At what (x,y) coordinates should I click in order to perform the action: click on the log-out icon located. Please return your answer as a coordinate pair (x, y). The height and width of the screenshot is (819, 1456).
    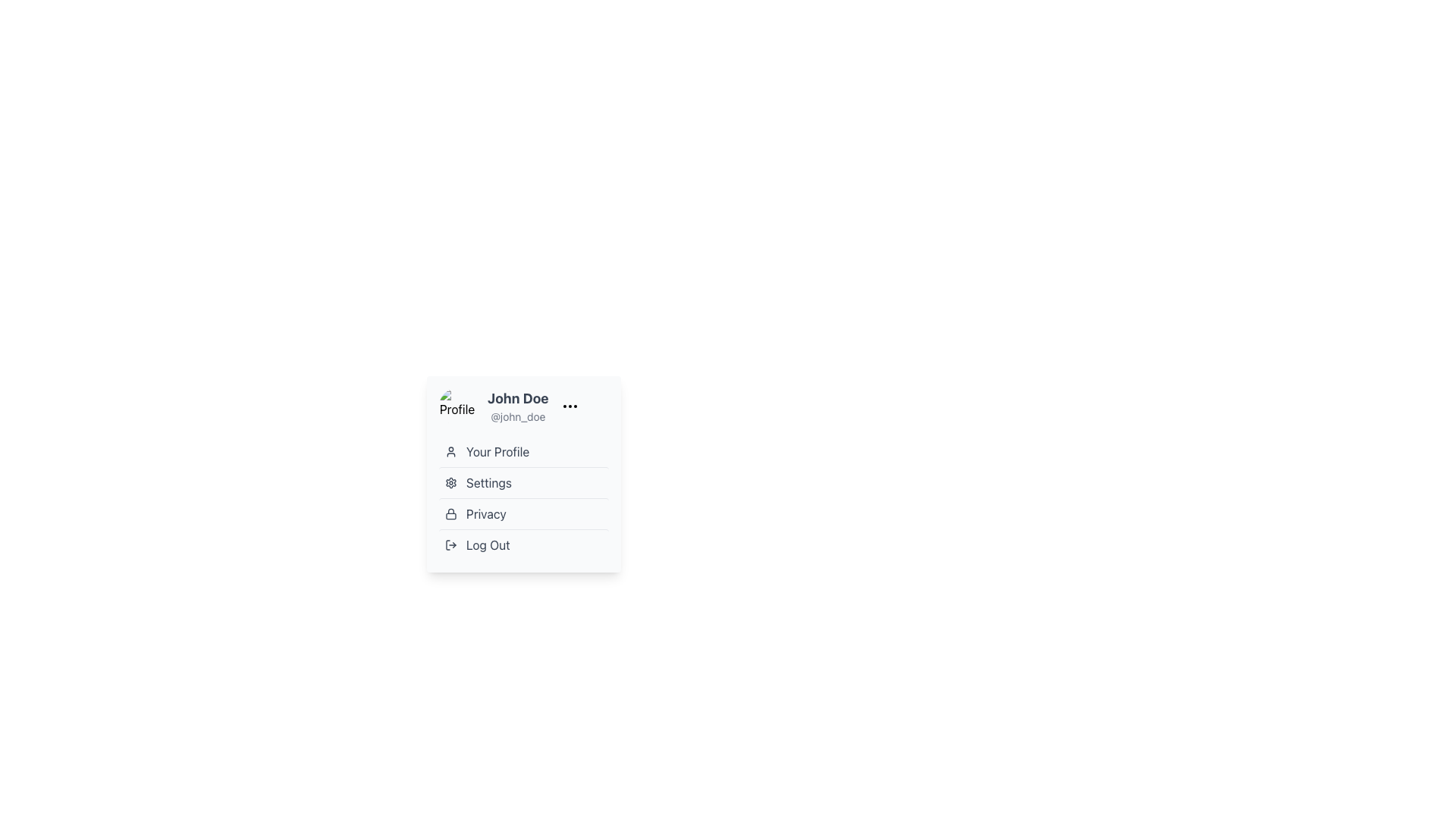
    Looking at the image, I should click on (450, 544).